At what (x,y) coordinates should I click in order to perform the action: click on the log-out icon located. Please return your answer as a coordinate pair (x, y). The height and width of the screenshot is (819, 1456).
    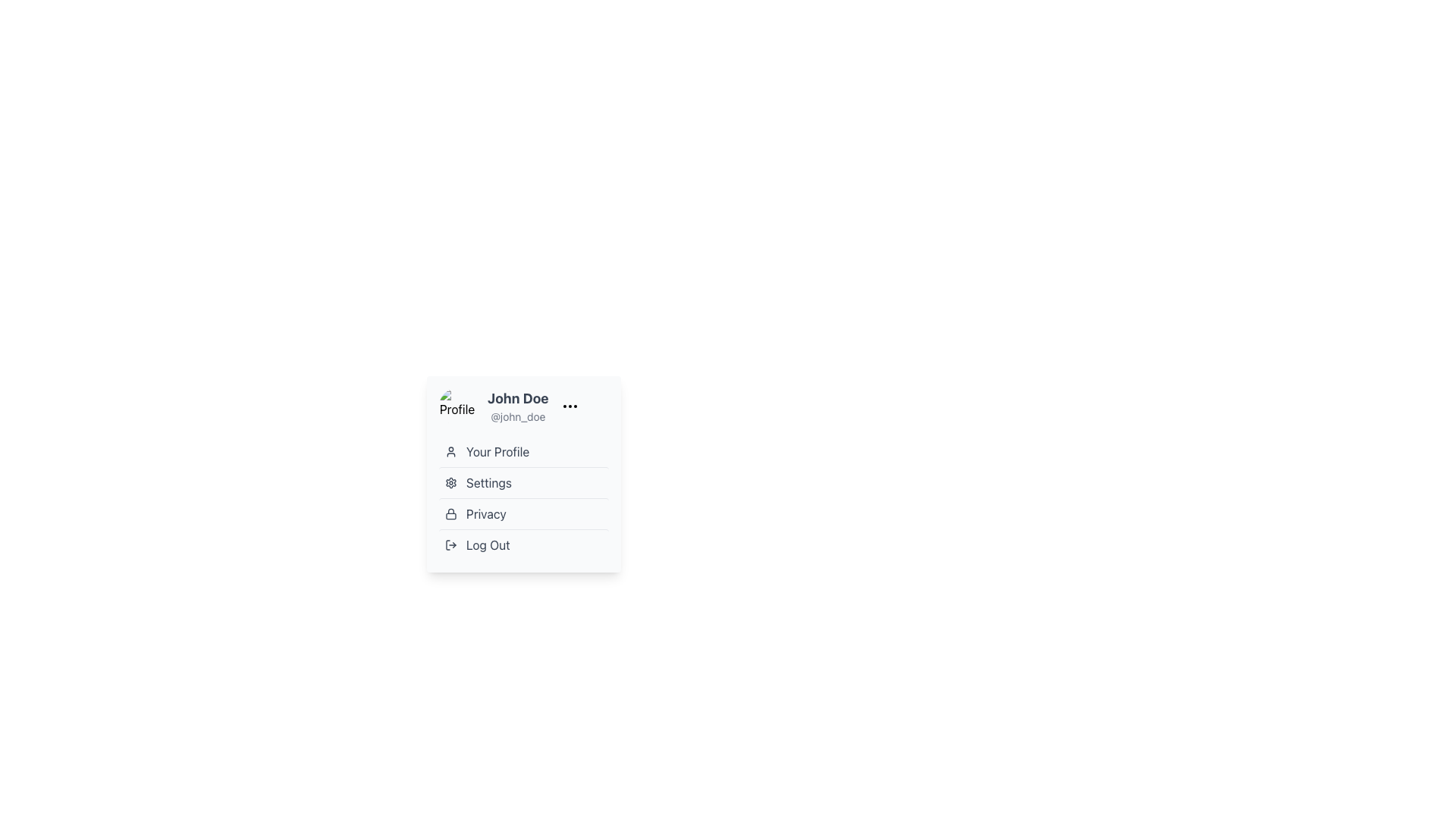
    Looking at the image, I should click on (450, 544).